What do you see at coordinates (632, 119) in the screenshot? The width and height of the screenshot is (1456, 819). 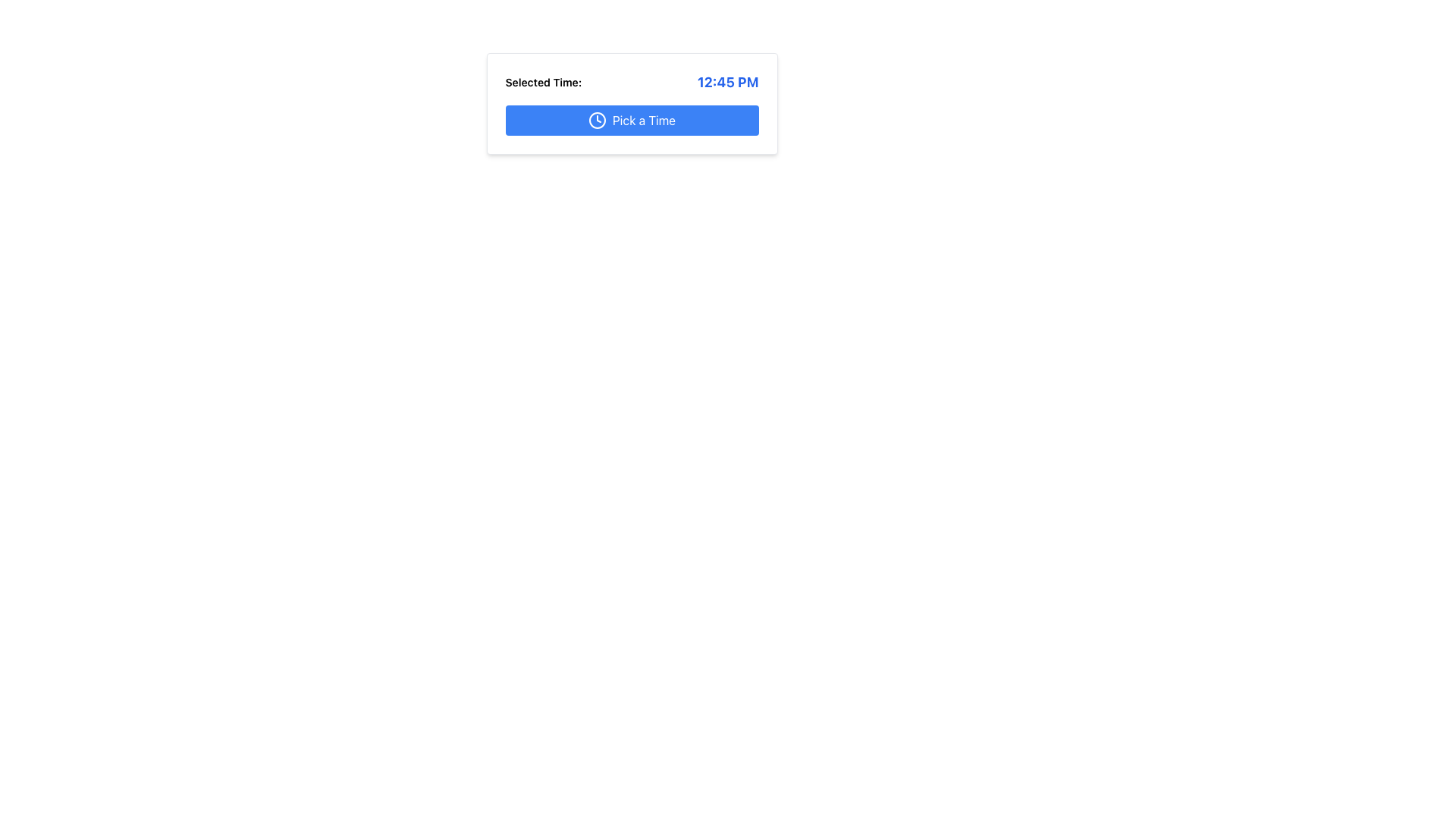 I see `the 'Pick a Time' button with a blue background and white text` at bounding box center [632, 119].